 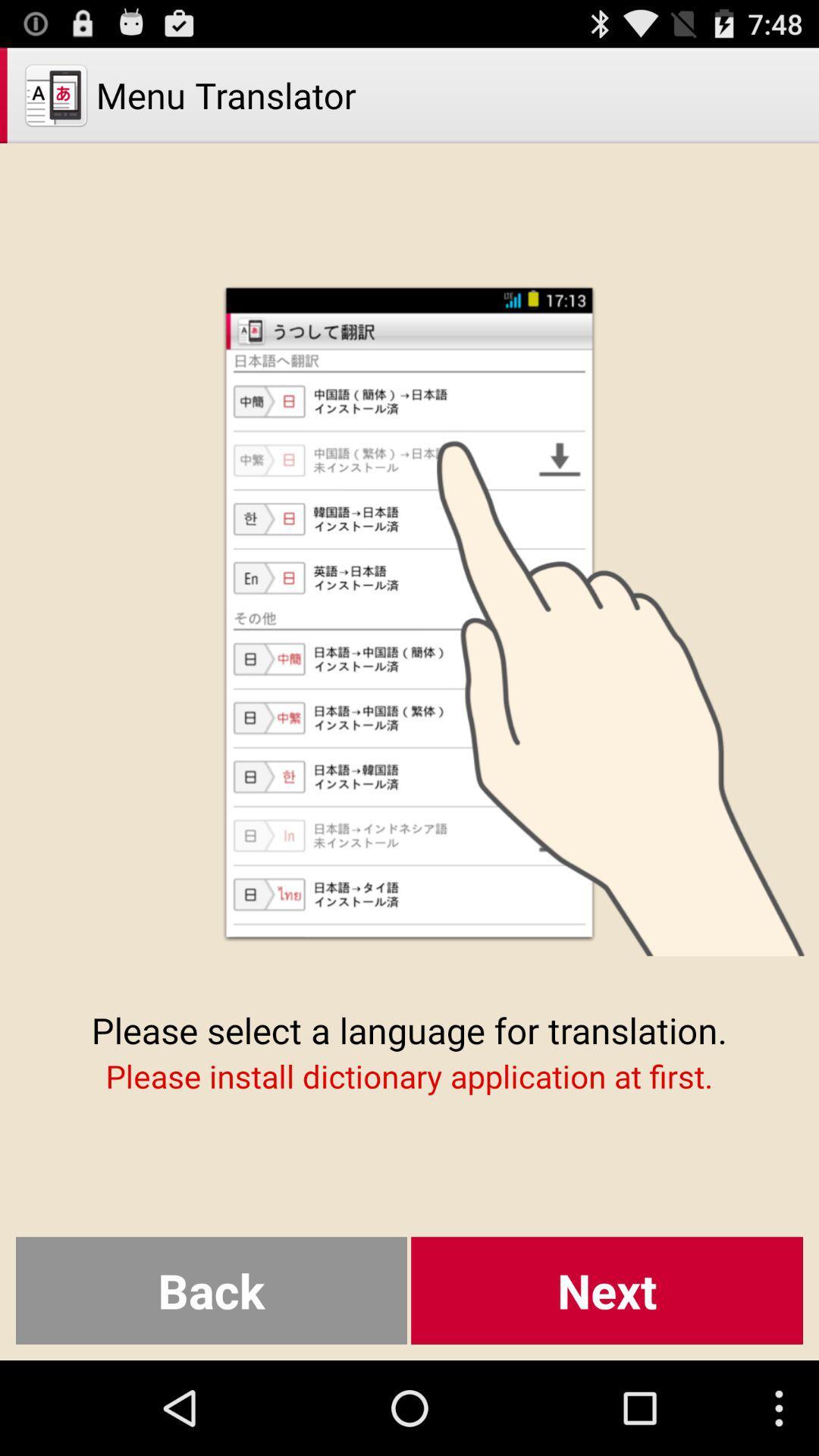 I want to click on next item, so click(x=606, y=1290).